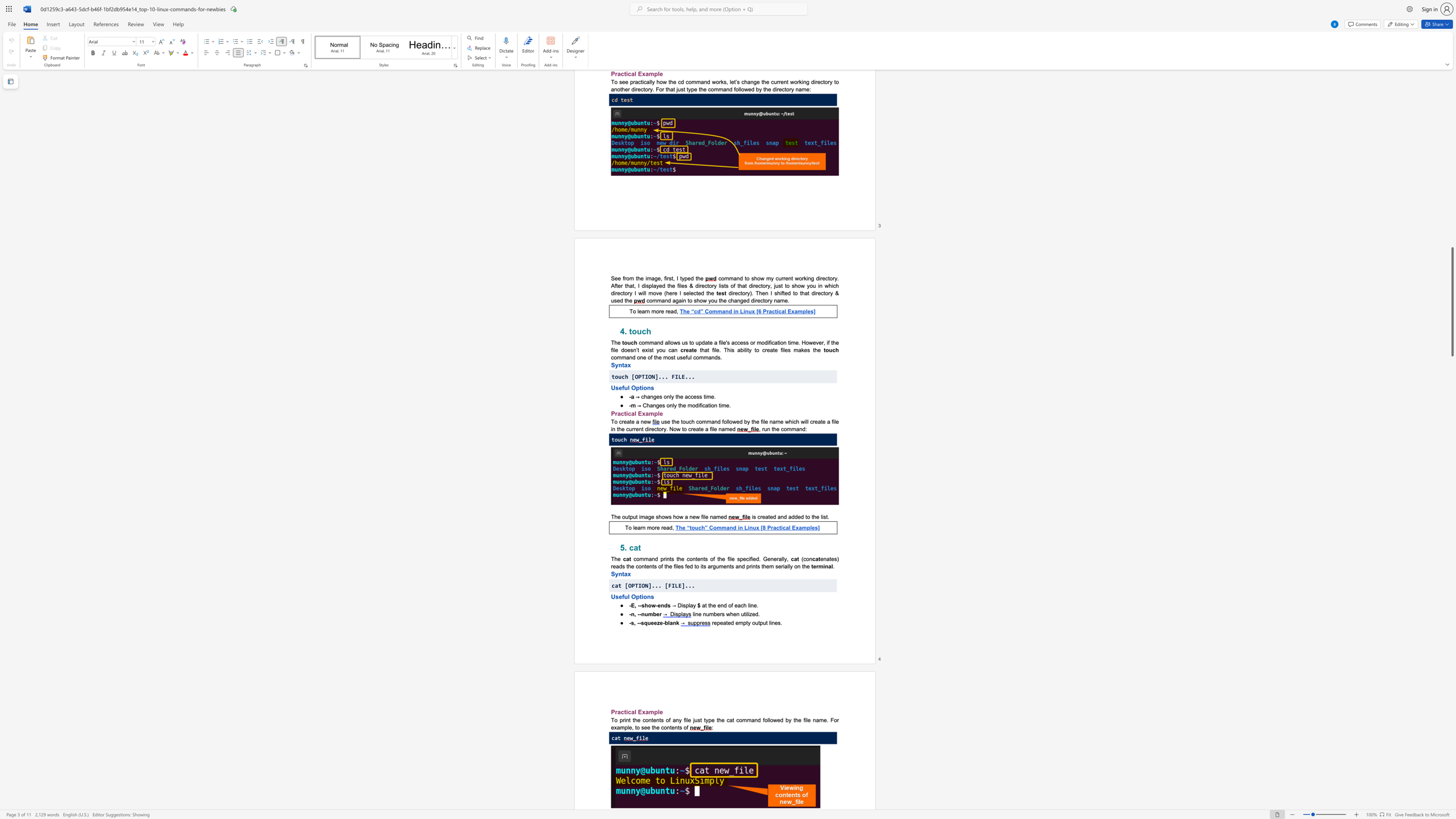 The height and width of the screenshot is (819, 1456). What do you see at coordinates (617, 517) in the screenshot?
I see `the subset text "e output image shows how a new file na" within the text "The output image shows how a new file named"` at bounding box center [617, 517].